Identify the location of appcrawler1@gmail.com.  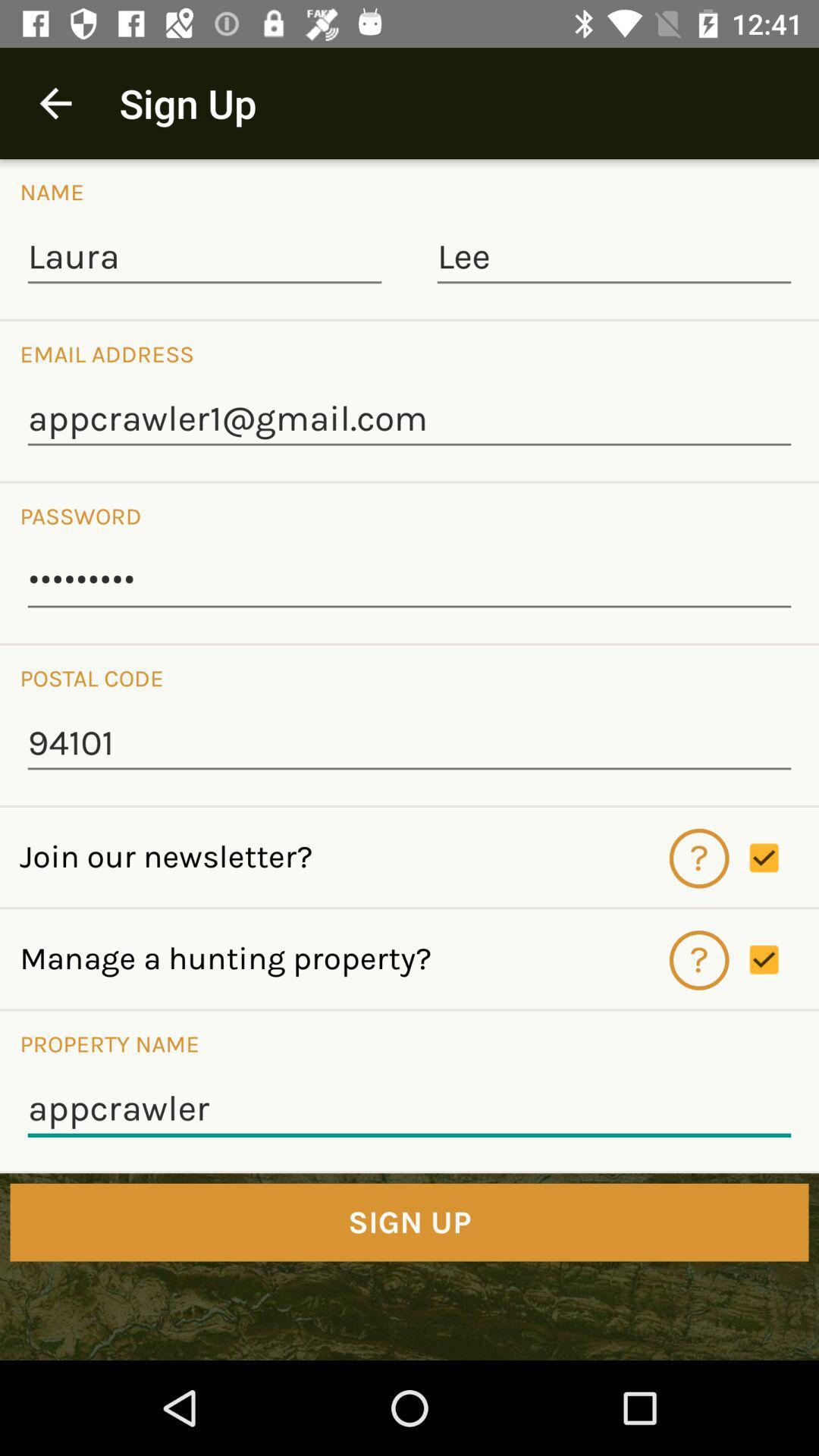
(409, 419).